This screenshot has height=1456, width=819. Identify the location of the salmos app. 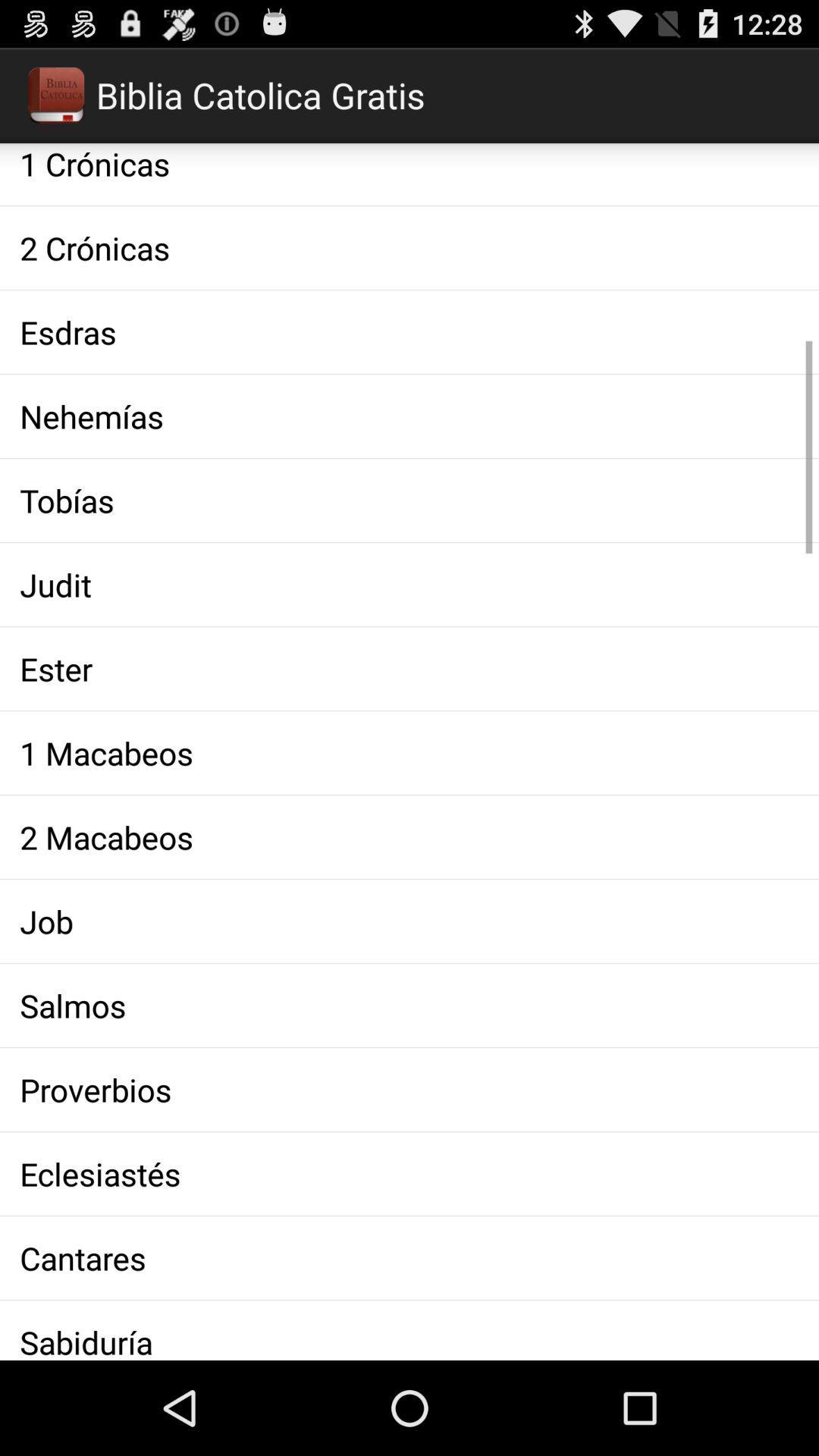
(409, 1005).